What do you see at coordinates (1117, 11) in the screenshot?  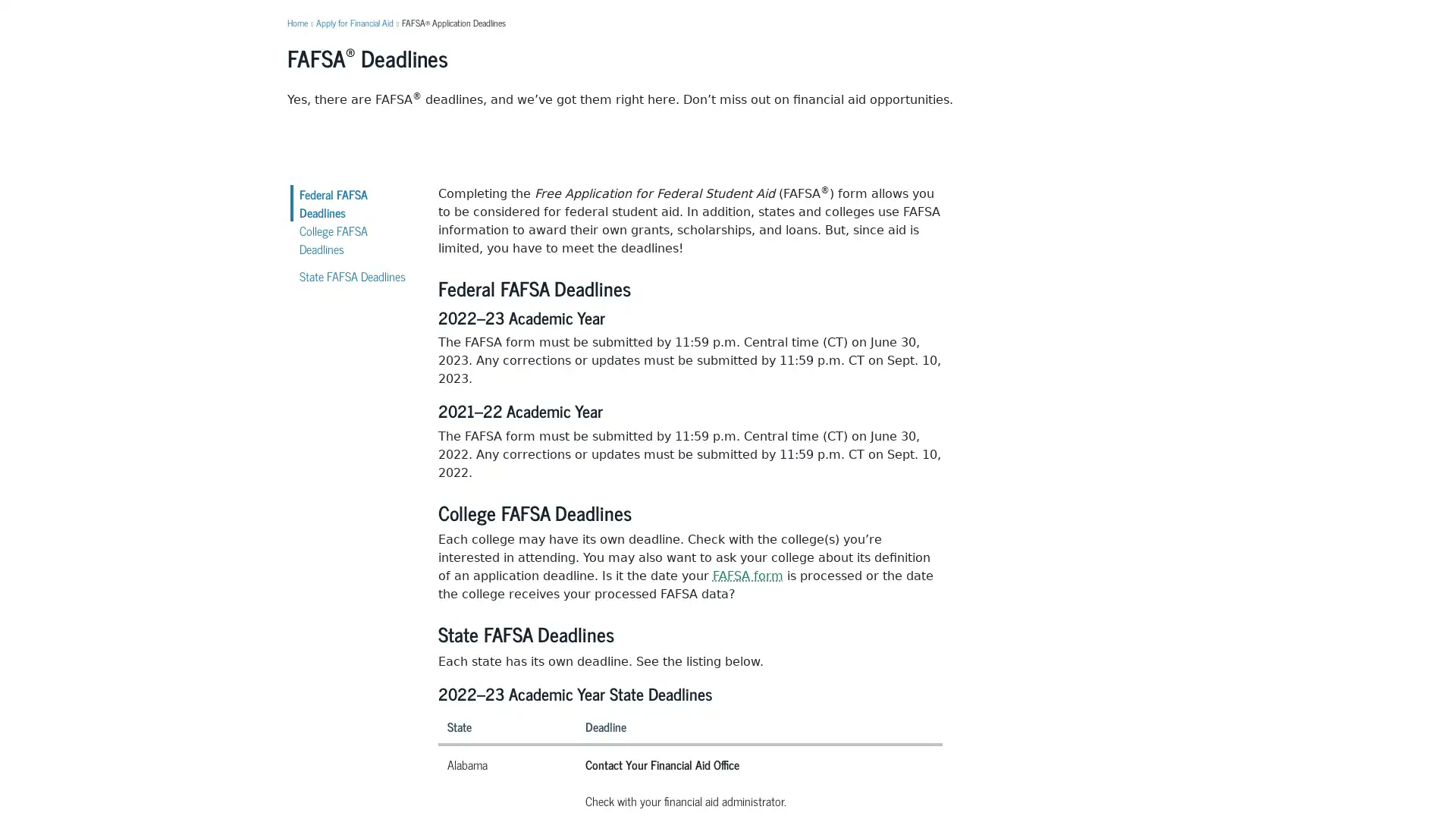 I see `English |` at bounding box center [1117, 11].